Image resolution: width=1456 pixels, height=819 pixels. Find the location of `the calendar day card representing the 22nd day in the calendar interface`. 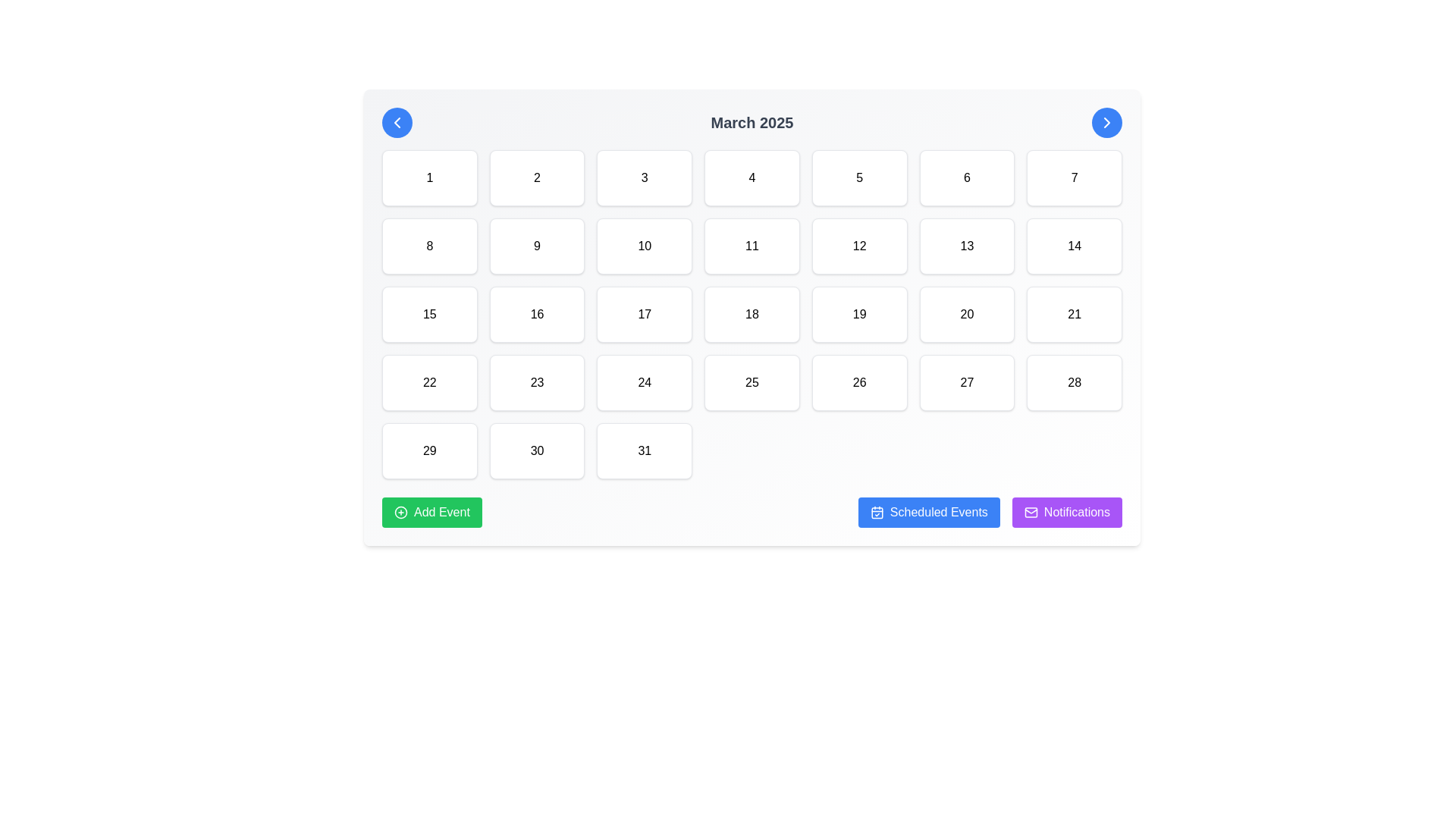

the calendar day card representing the 22nd day in the calendar interface is located at coordinates (428, 382).